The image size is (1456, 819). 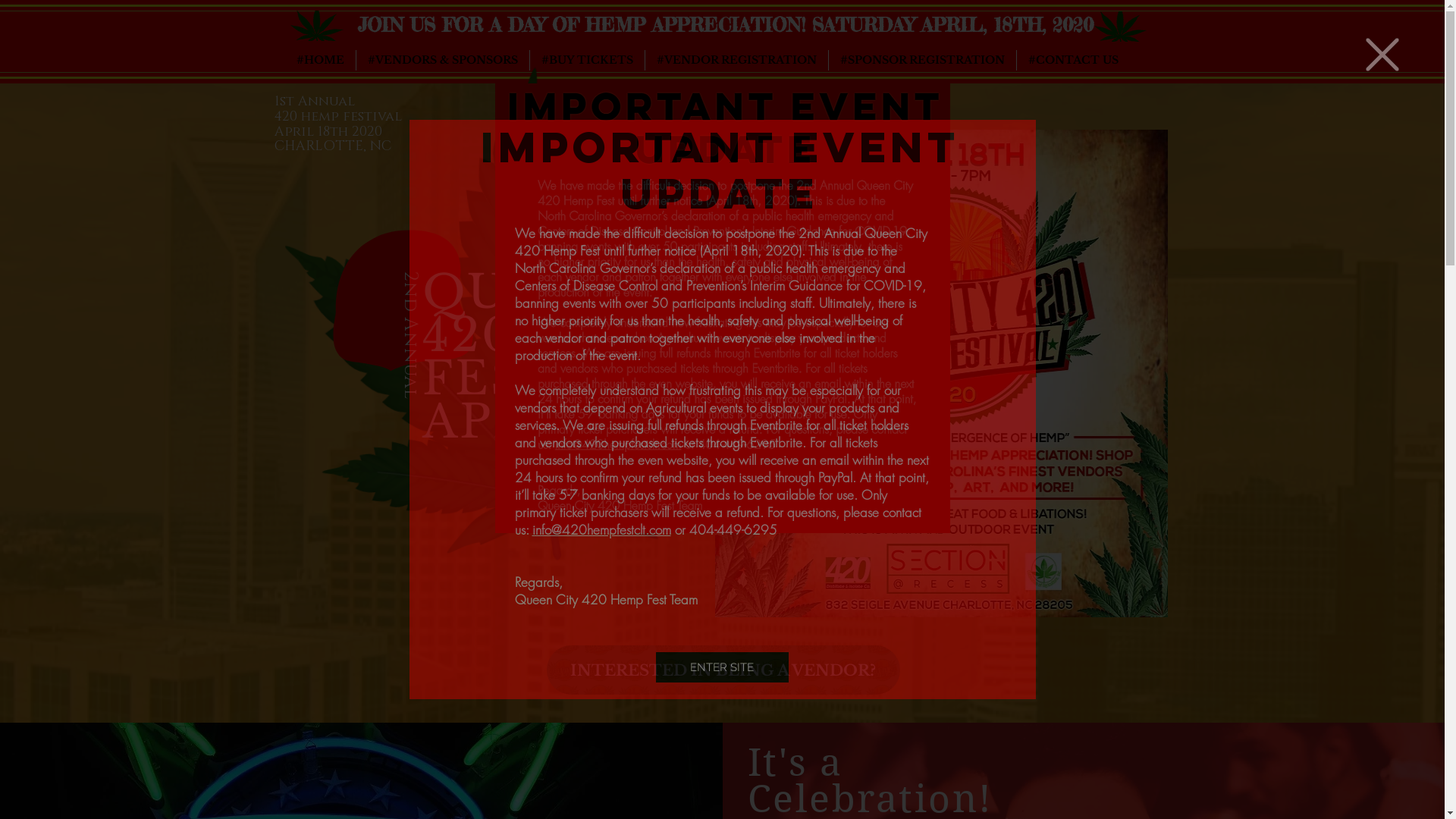 I want to click on '#SPONSOR REGISTRATION', so click(x=921, y=59).